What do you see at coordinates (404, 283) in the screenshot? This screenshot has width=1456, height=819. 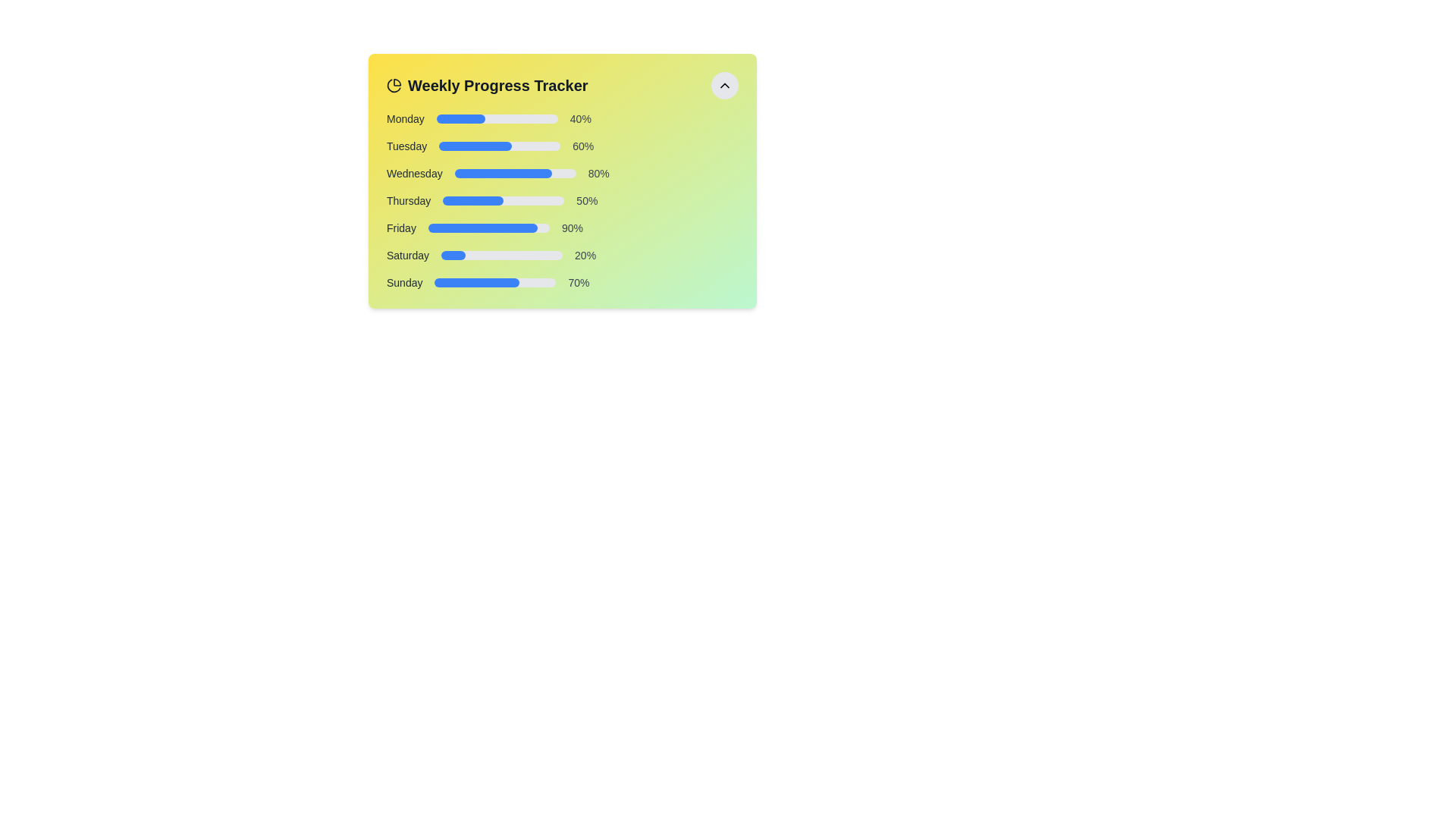 I see `the text label indicating 'Sunday' within the Weekly Progress Tracker panel, which is positioned at the start of the row for that day` at bounding box center [404, 283].